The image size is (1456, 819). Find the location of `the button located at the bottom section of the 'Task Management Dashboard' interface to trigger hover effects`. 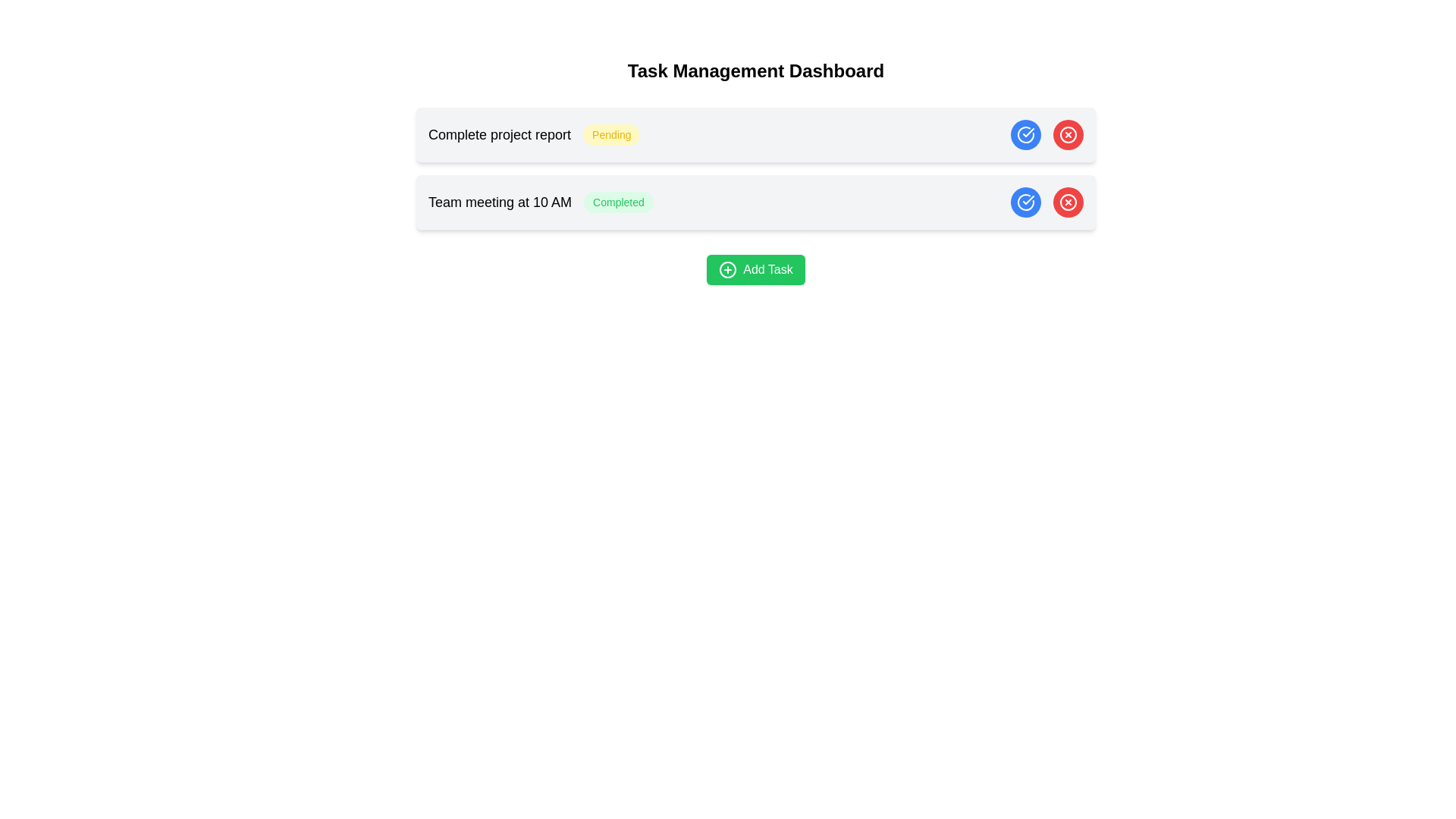

the button located at the bottom section of the 'Task Management Dashboard' interface to trigger hover effects is located at coordinates (756, 268).